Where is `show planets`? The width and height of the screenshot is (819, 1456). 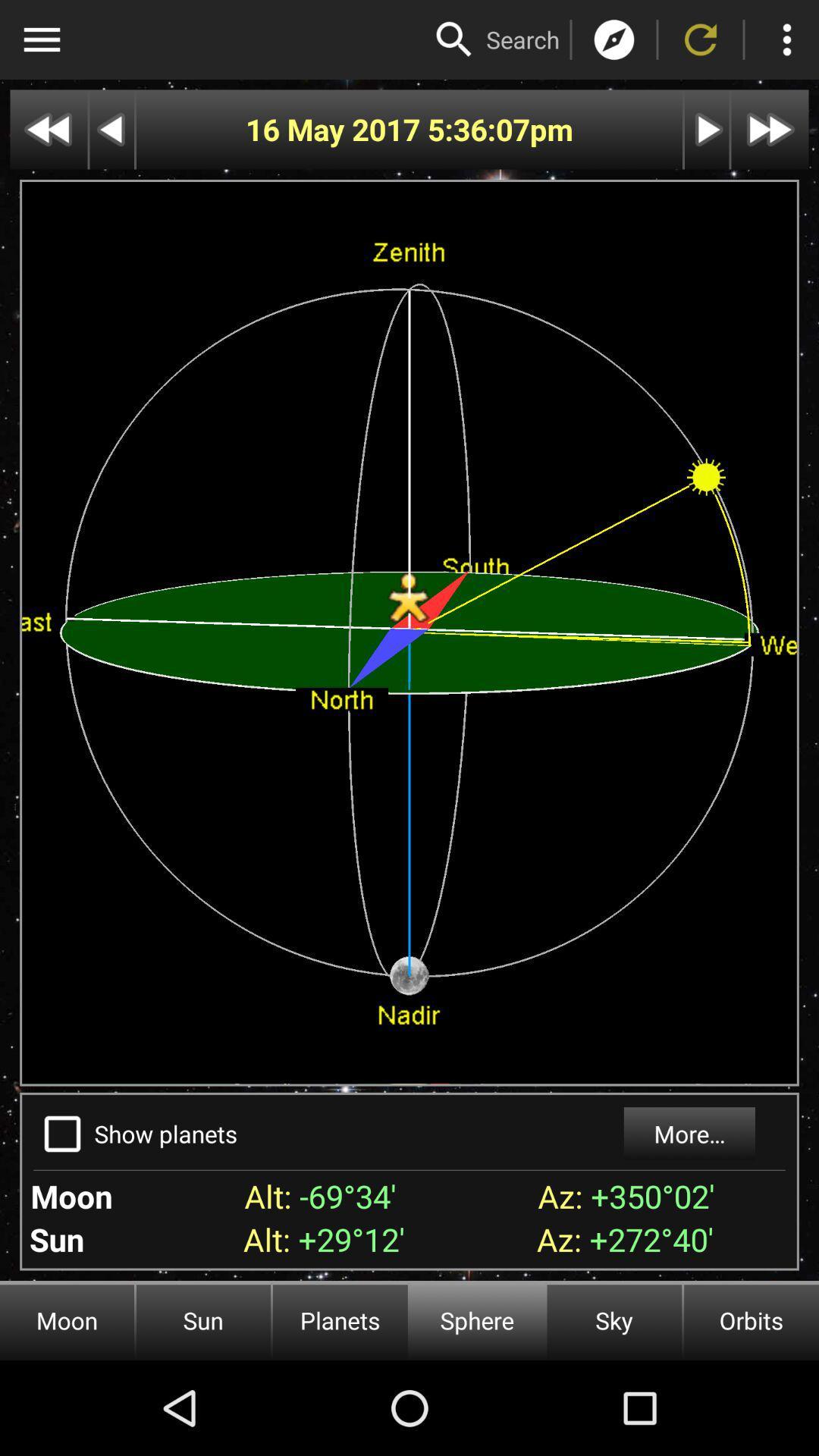 show planets is located at coordinates (61, 1134).